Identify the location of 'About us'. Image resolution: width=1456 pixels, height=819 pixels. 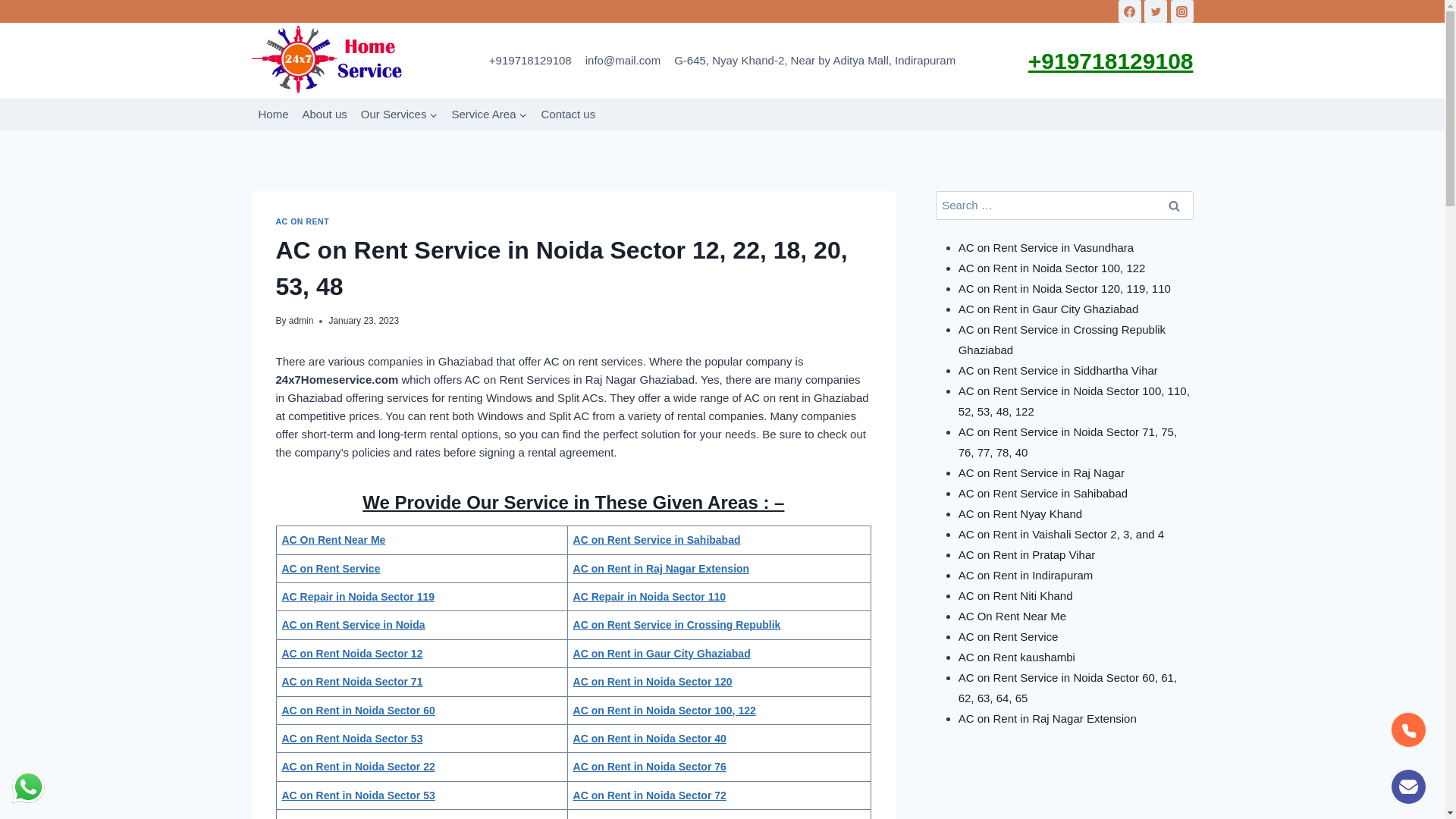
(324, 113).